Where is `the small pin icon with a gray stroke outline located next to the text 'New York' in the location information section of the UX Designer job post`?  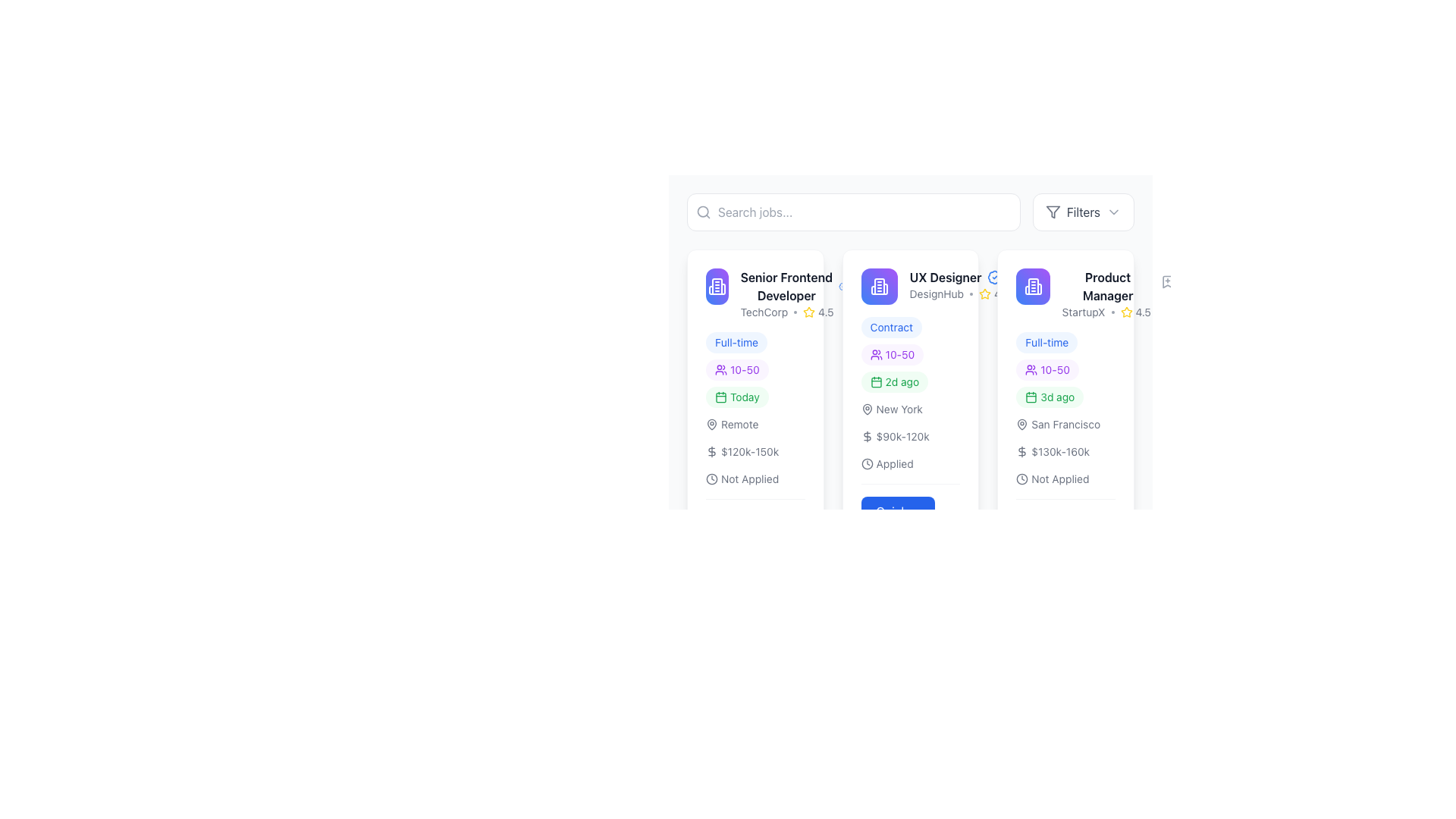 the small pin icon with a gray stroke outline located next to the text 'New York' in the location information section of the UX Designer job post is located at coordinates (867, 409).